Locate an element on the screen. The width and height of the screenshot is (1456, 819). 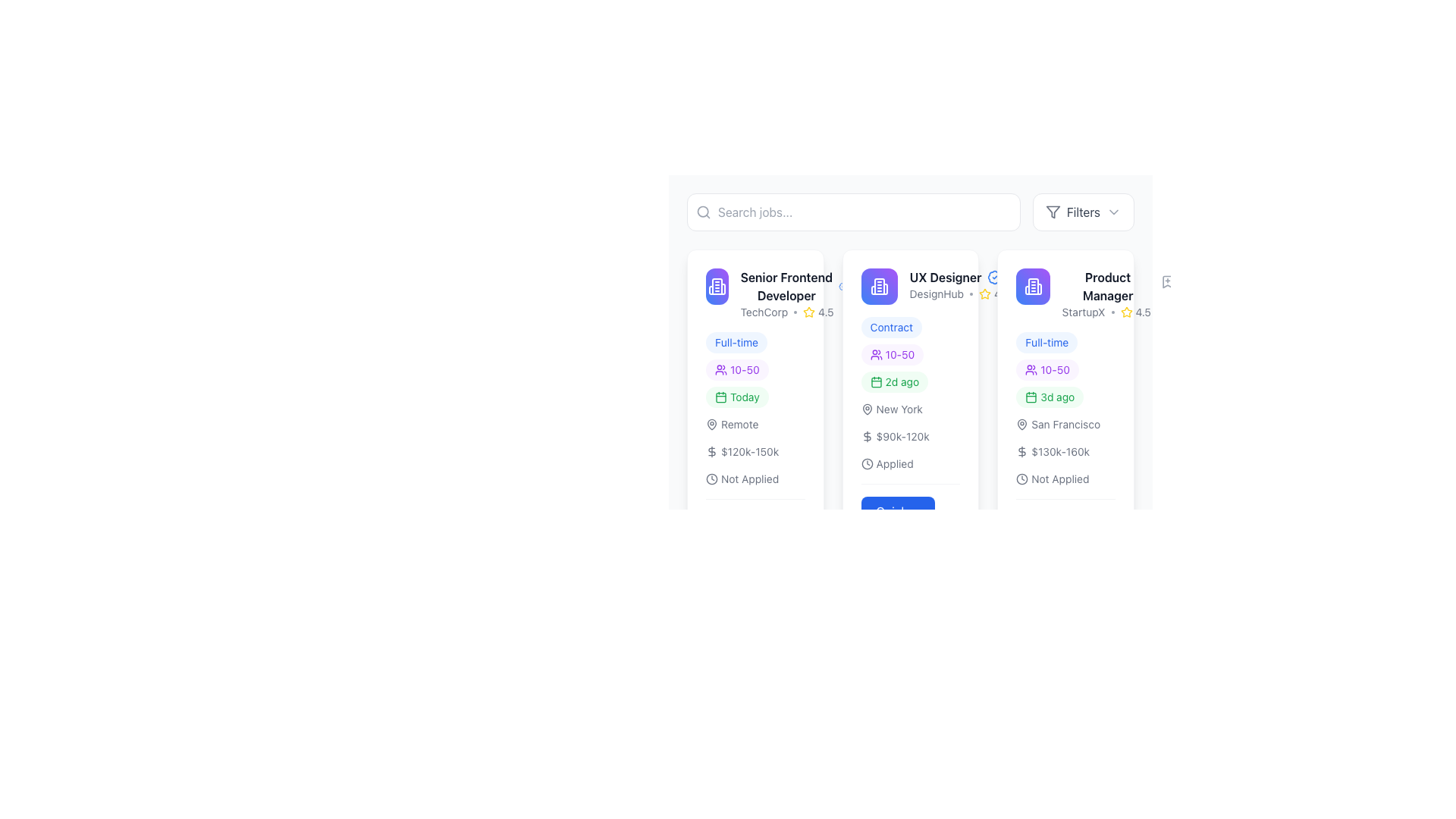
the text label indicating the name of the company associated with the job posting, located within the job card for 'Senior Frontend Developer' is located at coordinates (764, 312).